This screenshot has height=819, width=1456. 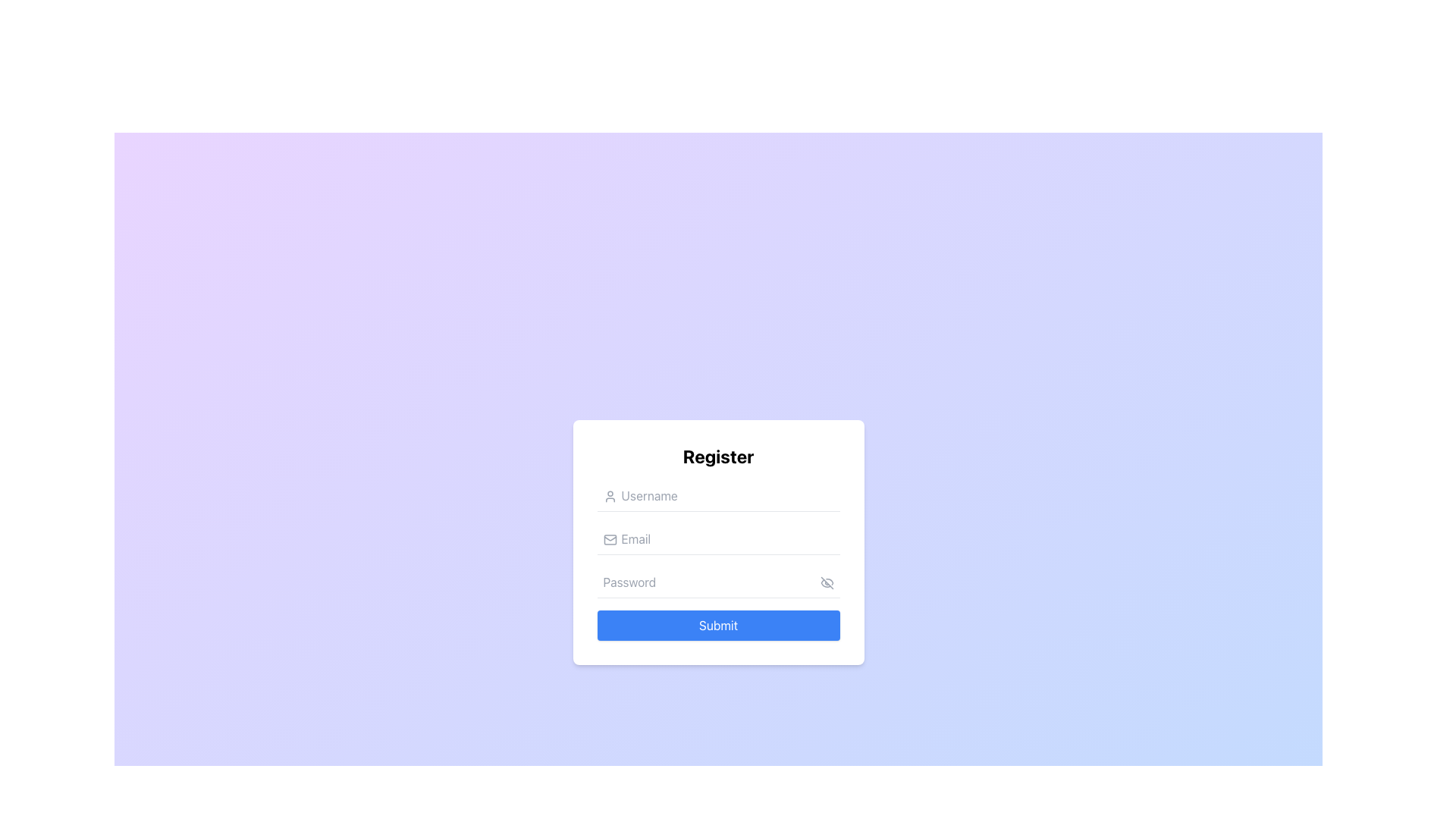 What do you see at coordinates (717, 455) in the screenshot?
I see `text label that says 'Register', which is prominently displayed at the top of the form section to identify the form's purpose` at bounding box center [717, 455].